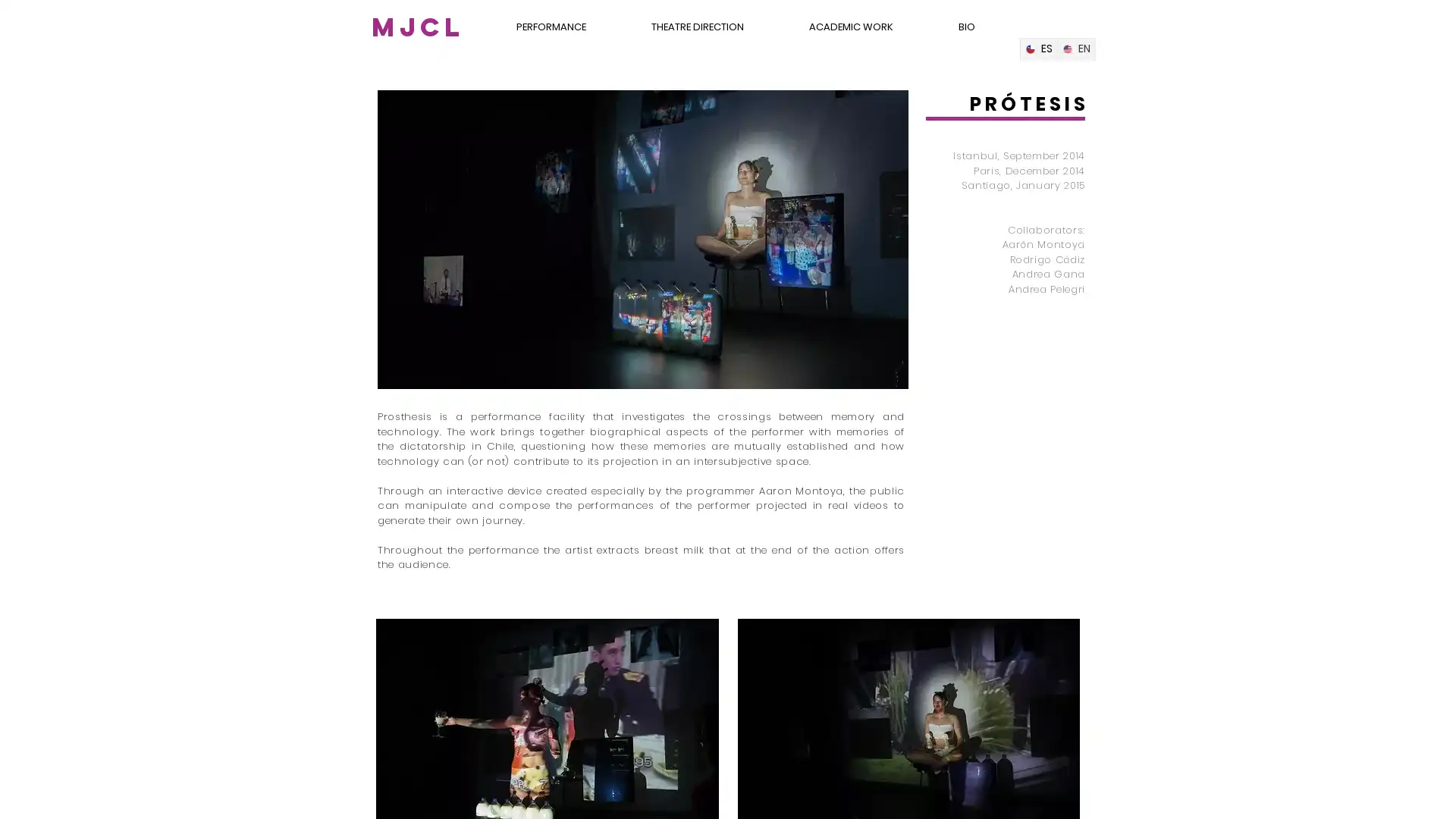 The image size is (1456, 819). What do you see at coordinates (1075, 49) in the screenshot?
I see `English` at bounding box center [1075, 49].